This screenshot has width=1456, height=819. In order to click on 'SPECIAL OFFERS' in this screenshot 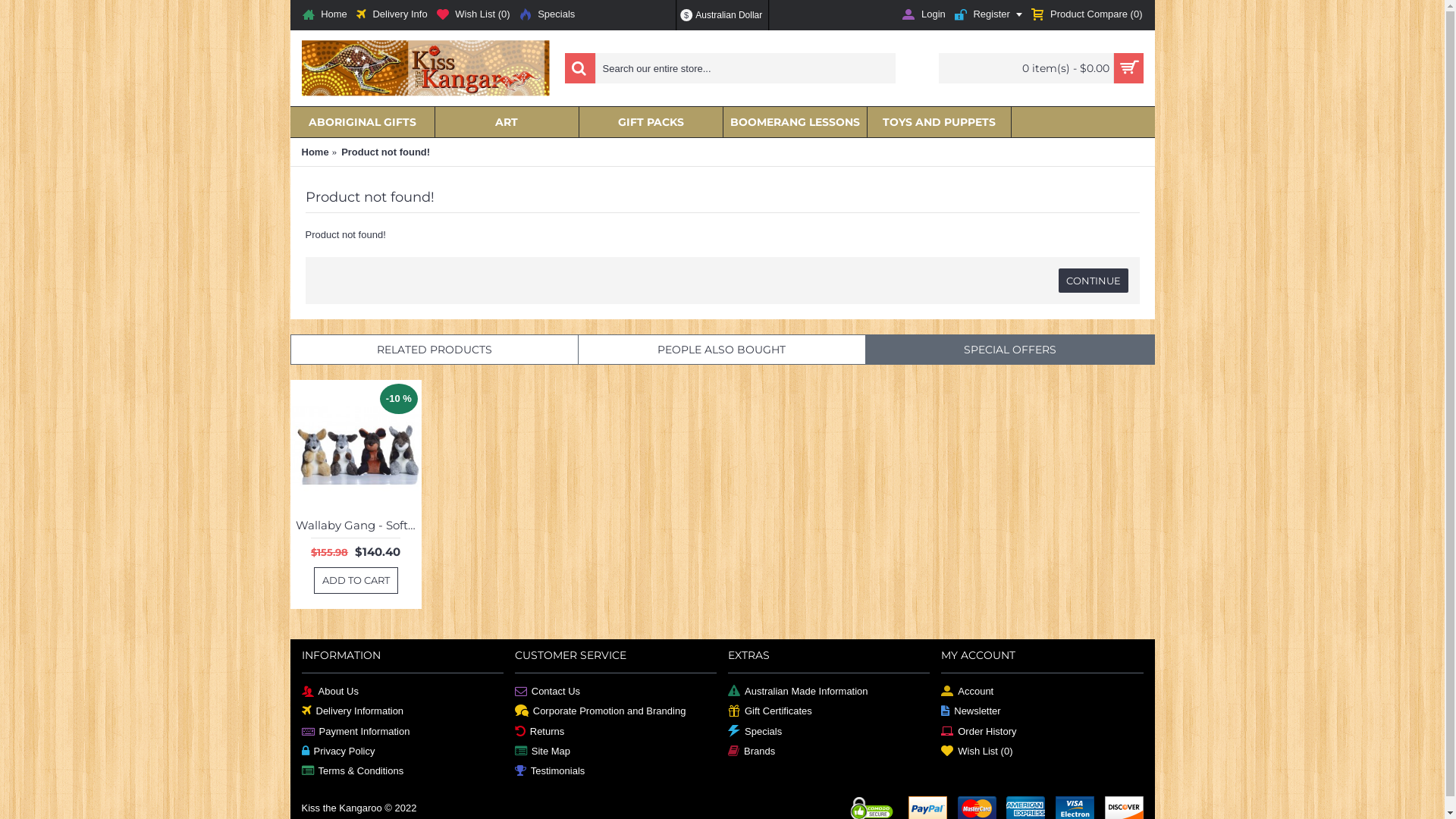, I will do `click(1009, 350)`.